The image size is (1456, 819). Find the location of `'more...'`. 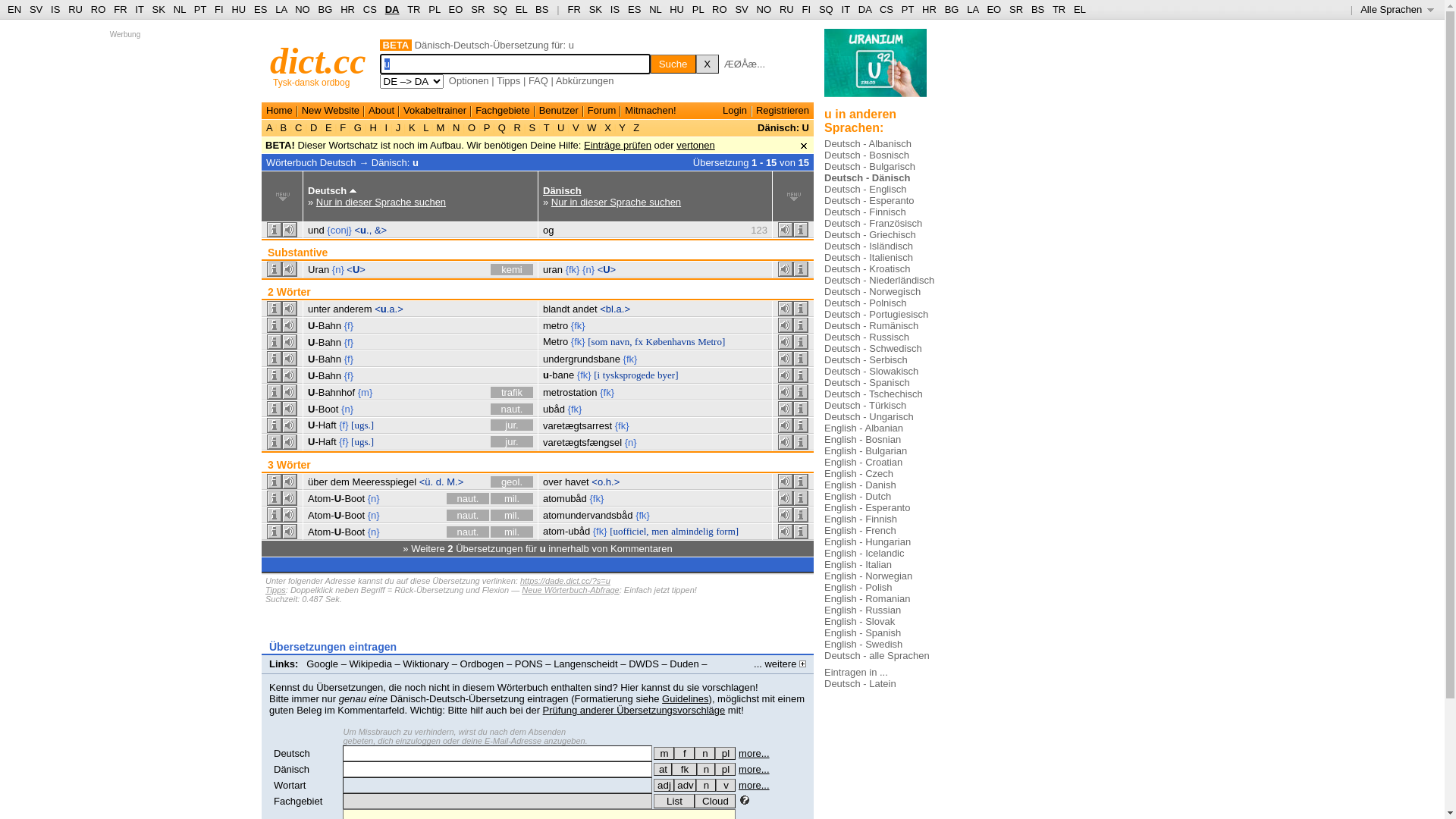

'more...' is located at coordinates (753, 769).